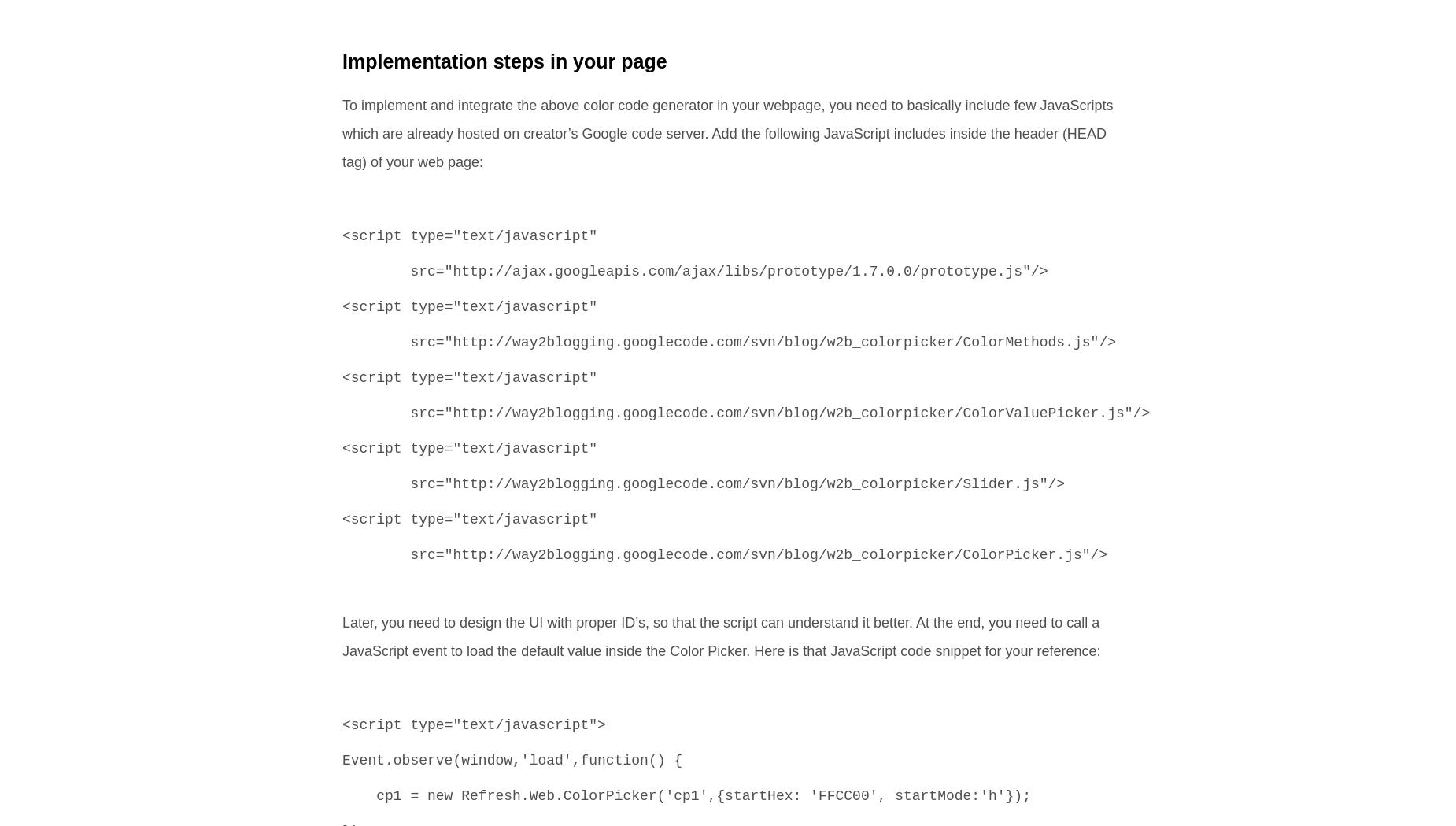 The height and width of the screenshot is (826, 1456). I want to click on '"text/javascript"', so click(524, 724).